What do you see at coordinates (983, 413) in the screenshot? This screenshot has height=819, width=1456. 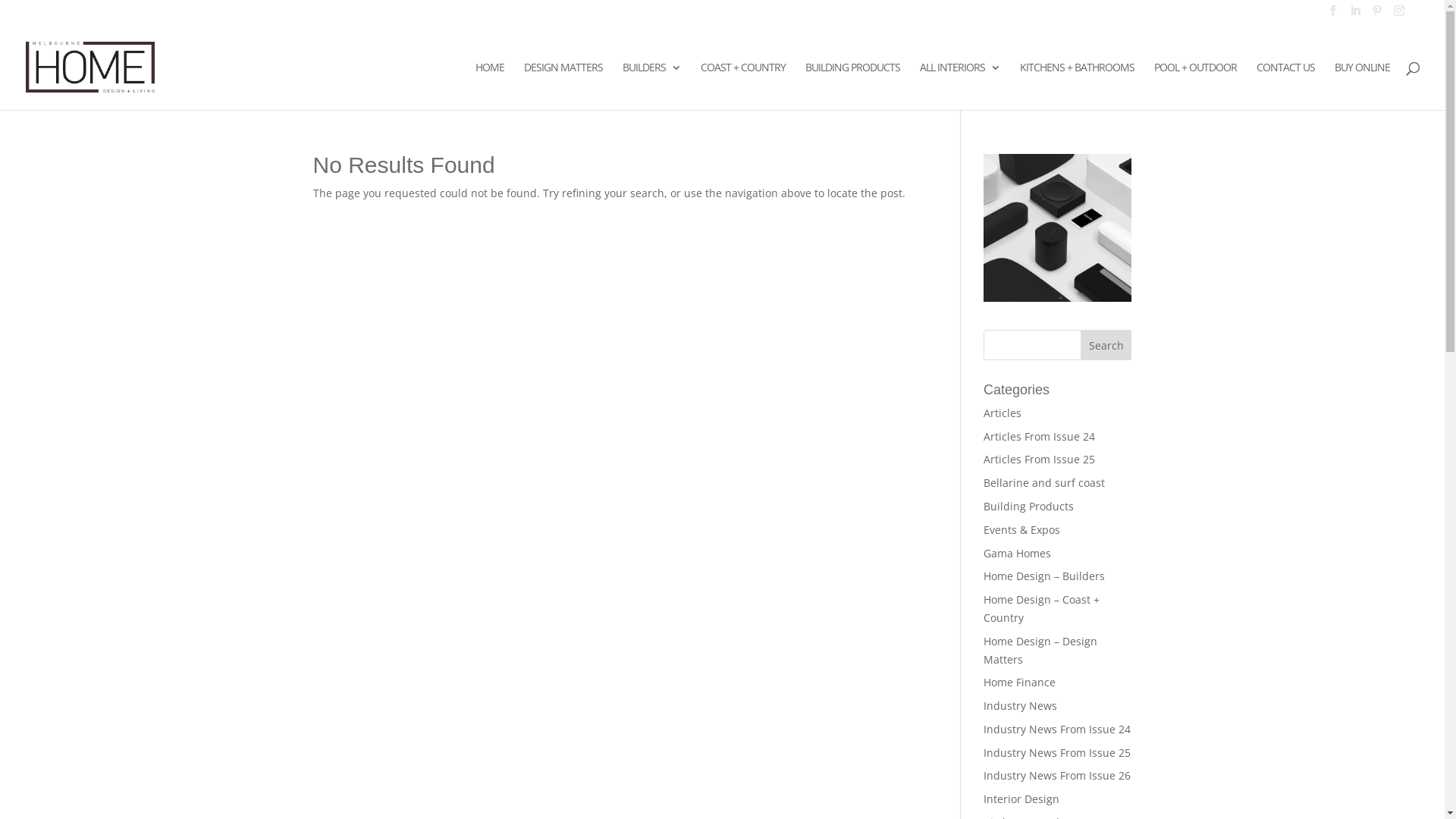 I see `'Articles'` at bounding box center [983, 413].